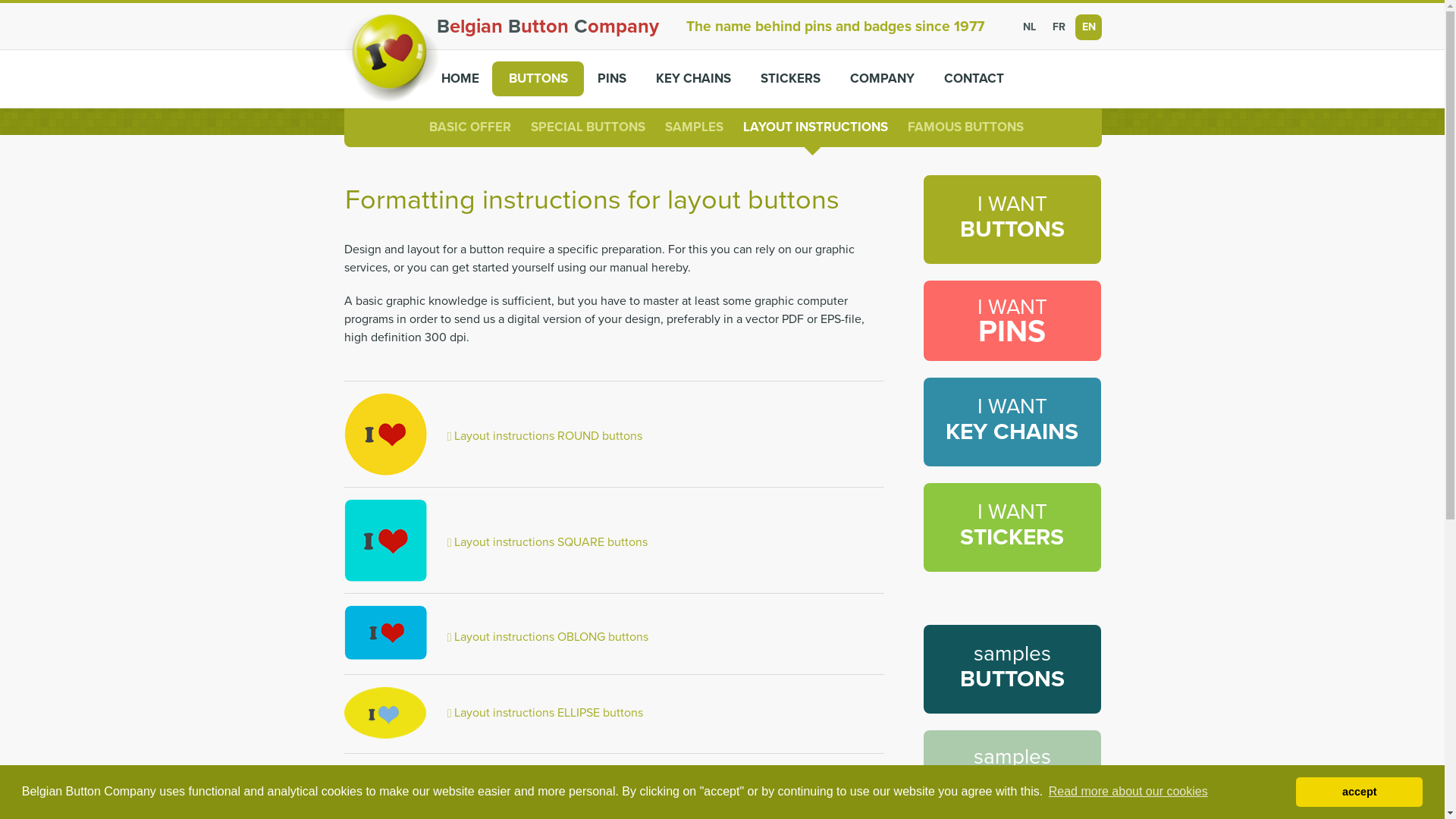 The width and height of the screenshot is (1456, 819). Describe the element at coordinates (972, 79) in the screenshot. I see `'CONTACT'` at that location.